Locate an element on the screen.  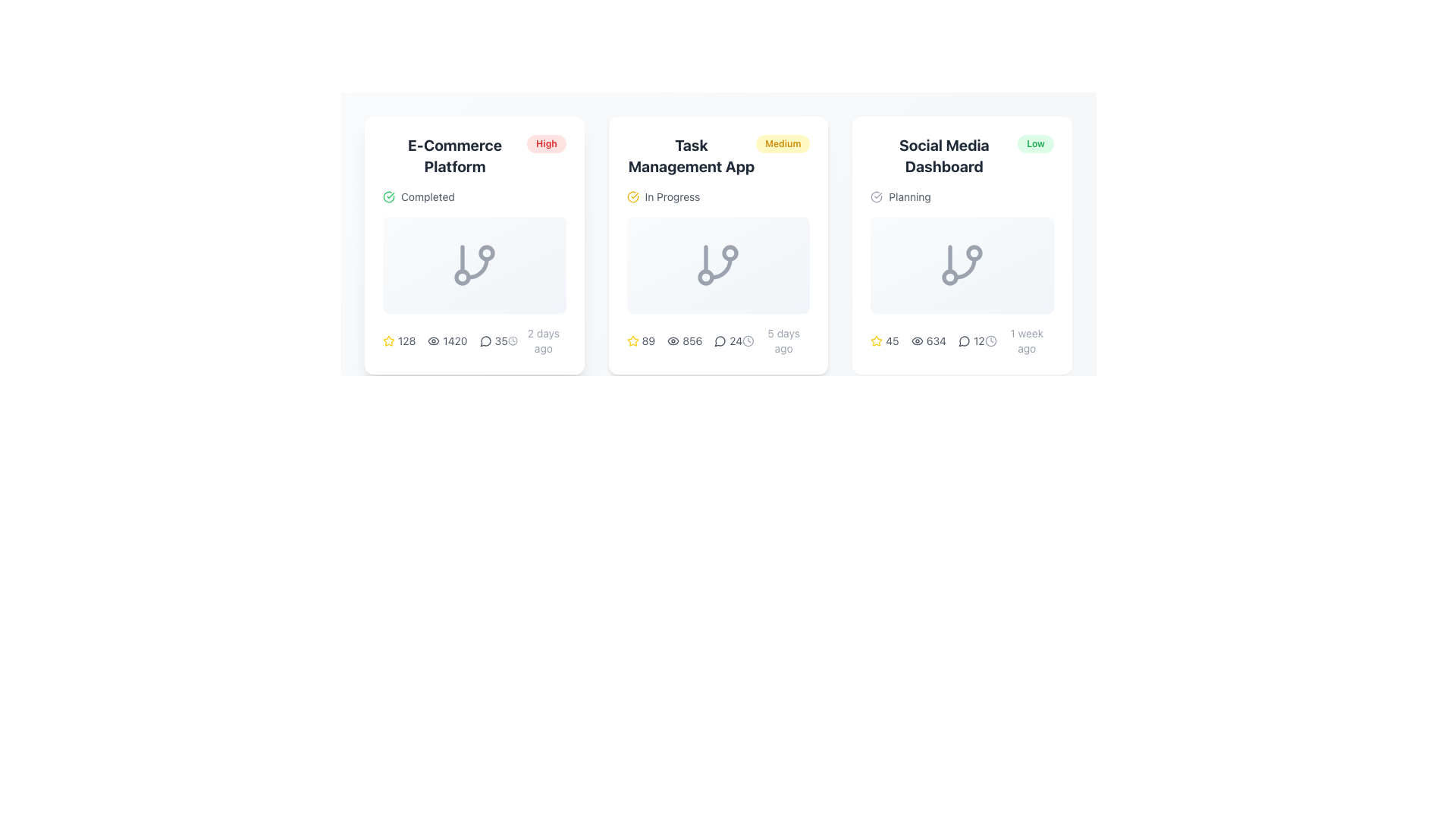
the outlined eye-shaped icon located at the bottom of the 'Task Management App' card, which is the leftmost component of a horizontal group of icons and text is located at coordinates (673, 341).